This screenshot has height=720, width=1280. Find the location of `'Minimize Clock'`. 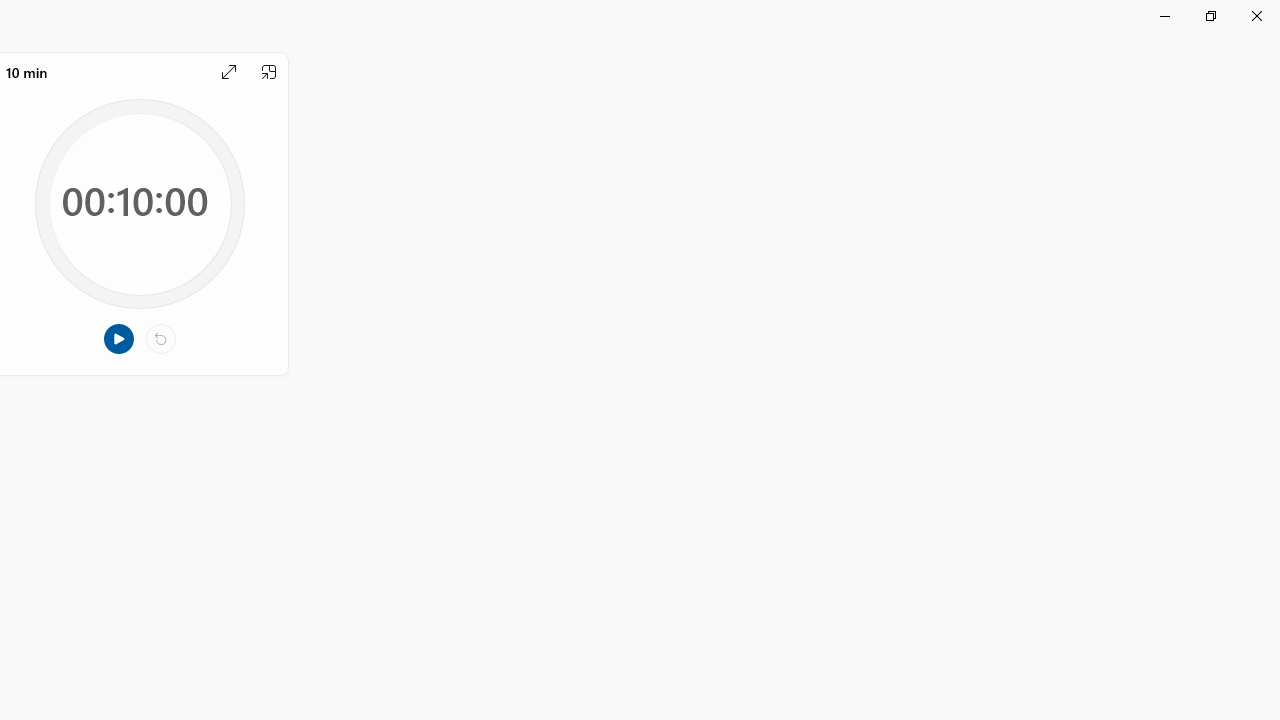

'Minimize Clock' is located at coordinates (1164, 15).